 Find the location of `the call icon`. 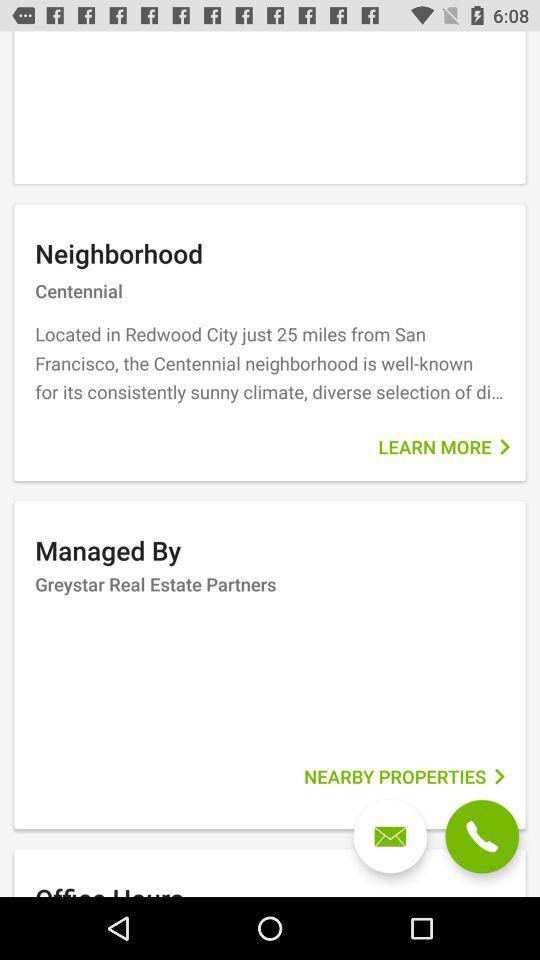

the call icon is located at coordinates (481, 836).